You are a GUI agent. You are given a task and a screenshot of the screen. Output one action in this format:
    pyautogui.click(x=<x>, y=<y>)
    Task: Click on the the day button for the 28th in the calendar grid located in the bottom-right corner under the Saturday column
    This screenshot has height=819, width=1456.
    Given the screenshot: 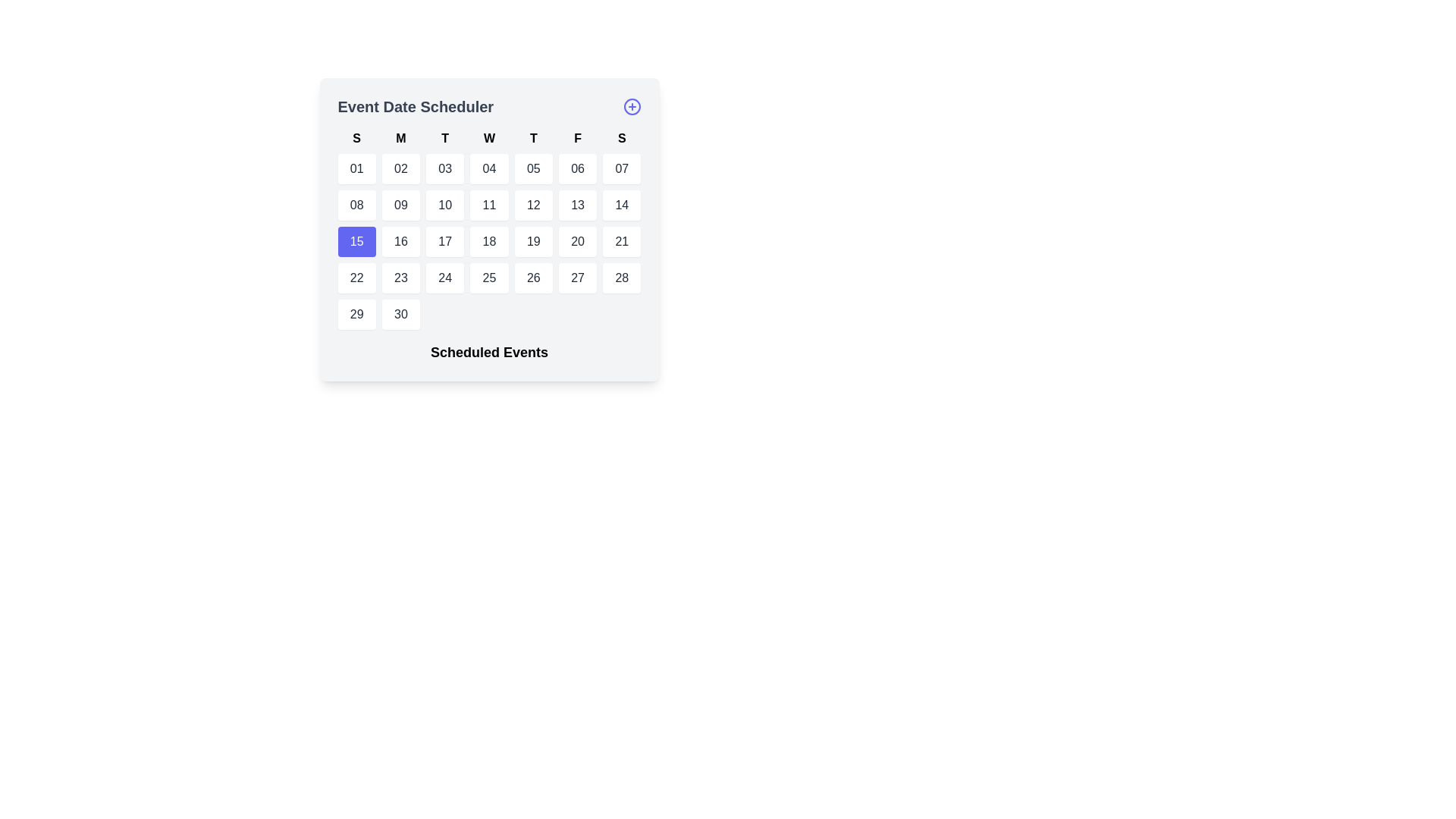 What is the action you would take?
    pyautogui.click(x=622, y=278)
    